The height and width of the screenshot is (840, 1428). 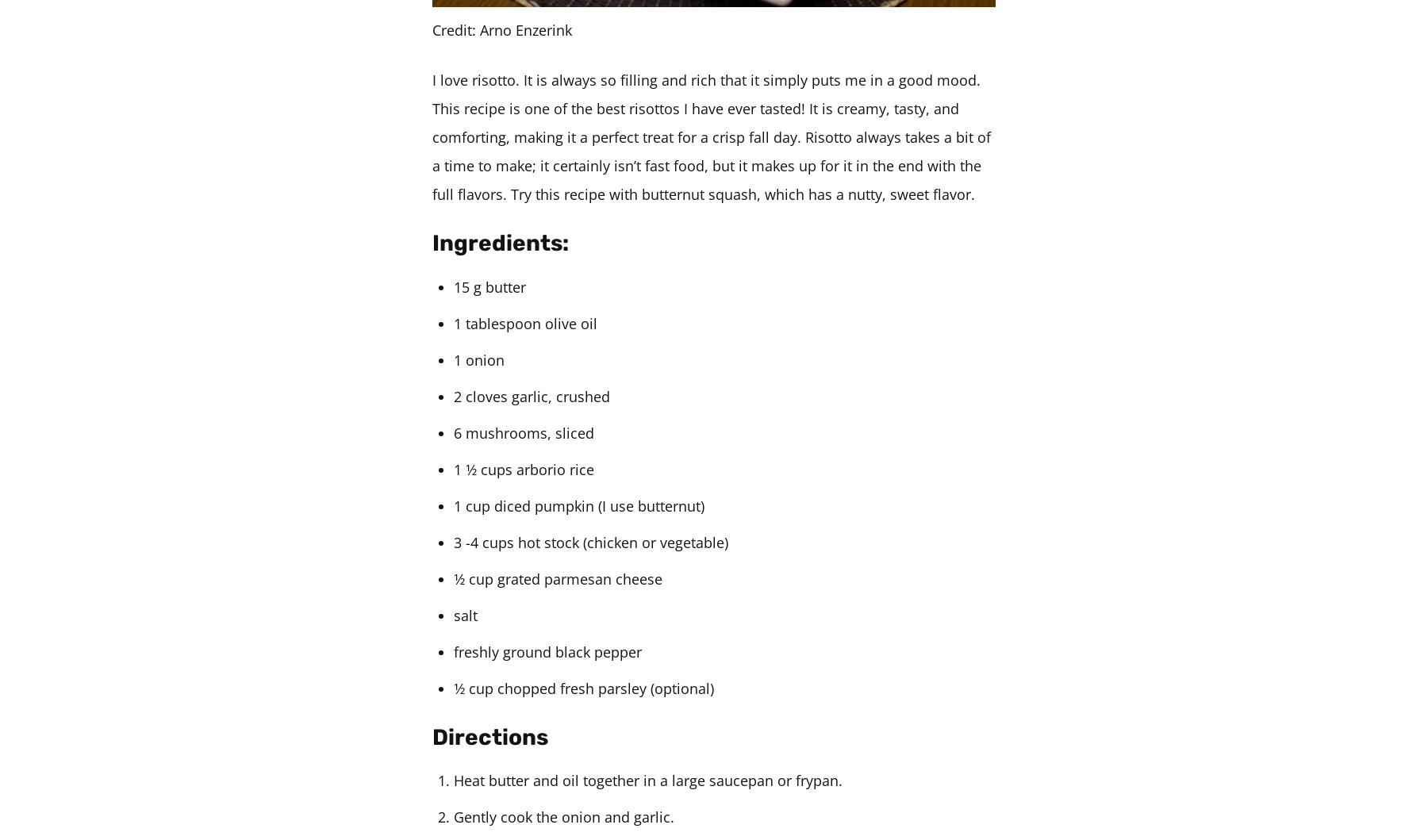 I want to click on '1⁄2 cup chopped fresh parsley (optional)', so click(x=454, y=688).